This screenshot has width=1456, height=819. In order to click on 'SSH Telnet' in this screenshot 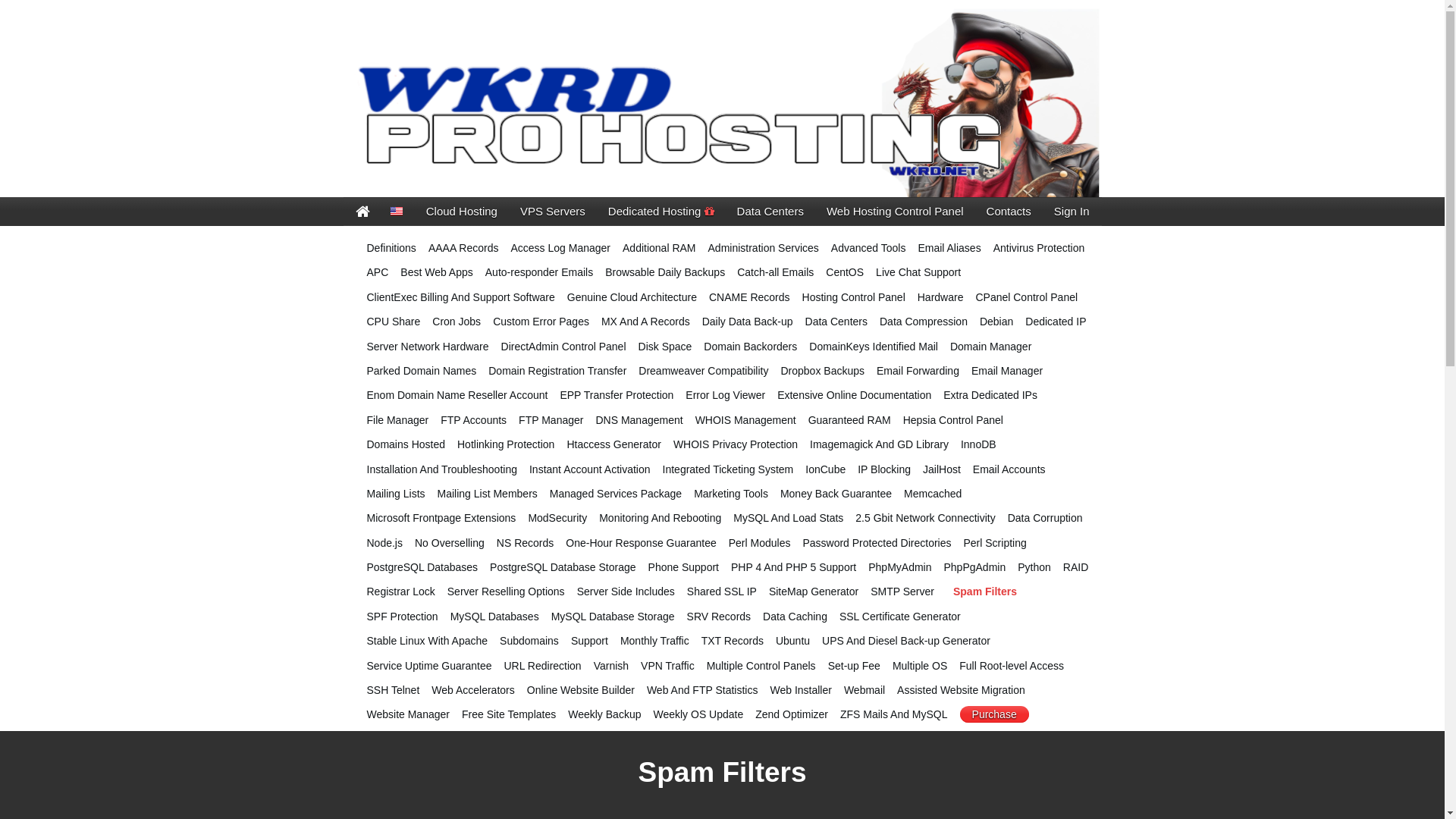, I will do `click(393, 690)`.